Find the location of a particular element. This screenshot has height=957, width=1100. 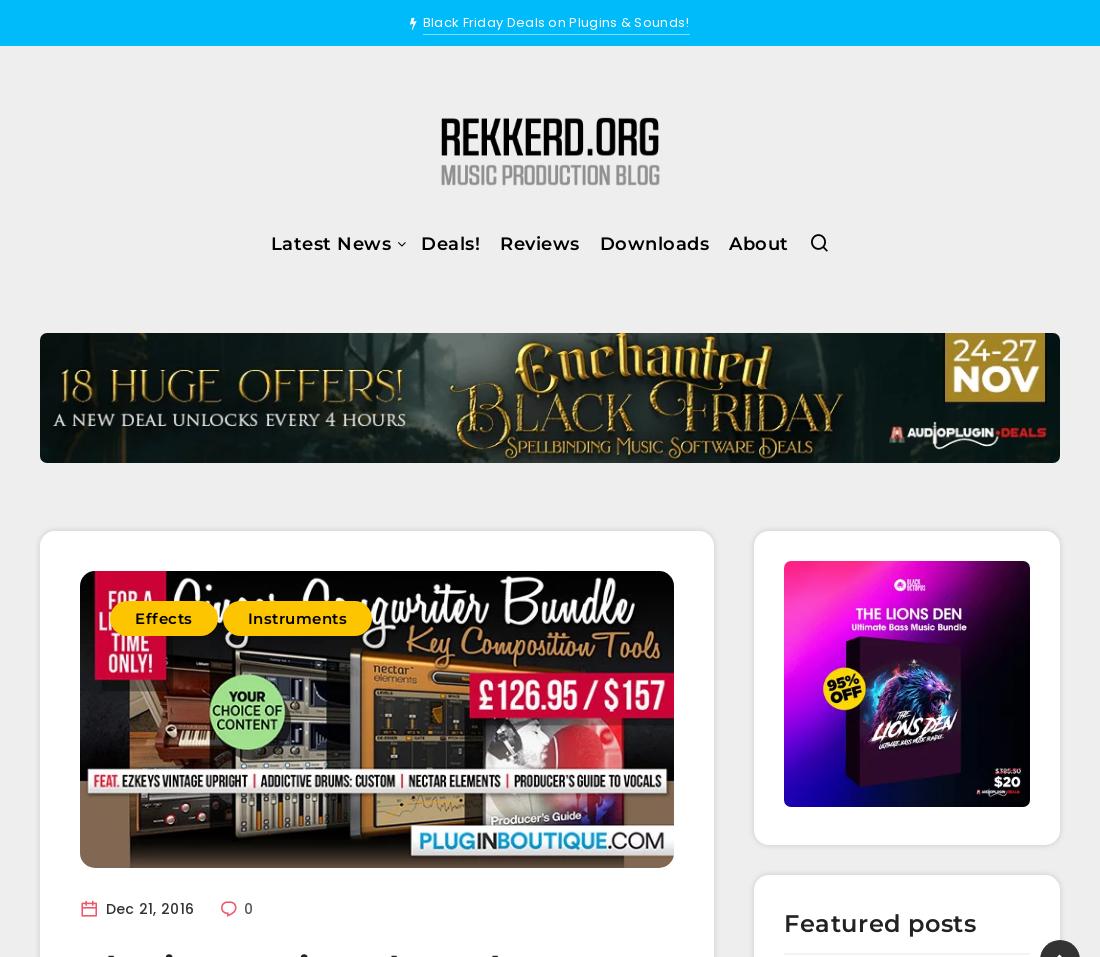

'Other News' is located at coordinates (226, 502).